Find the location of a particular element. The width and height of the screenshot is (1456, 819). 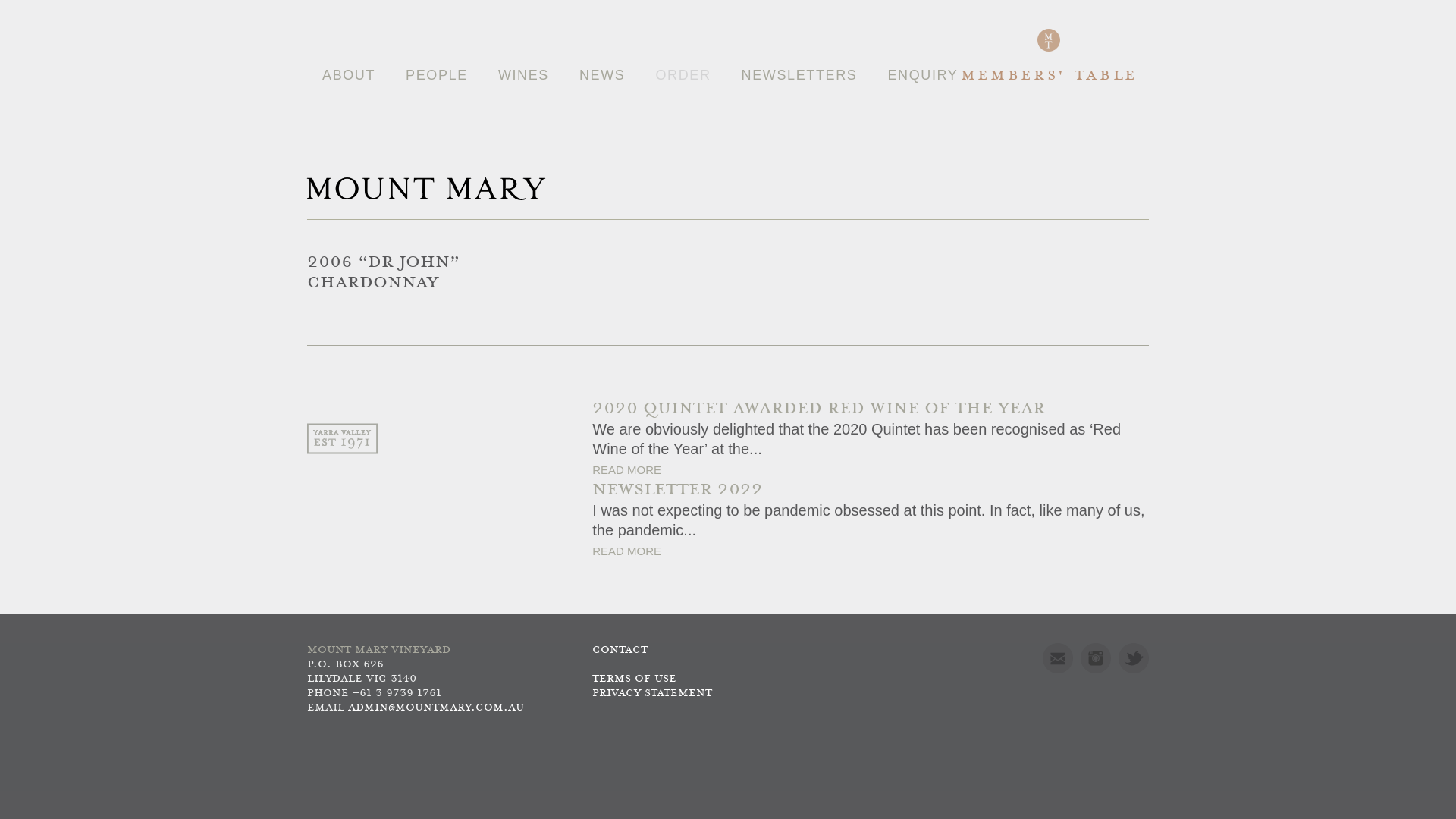

'CONTACT' is located at coordinates (620, 649).